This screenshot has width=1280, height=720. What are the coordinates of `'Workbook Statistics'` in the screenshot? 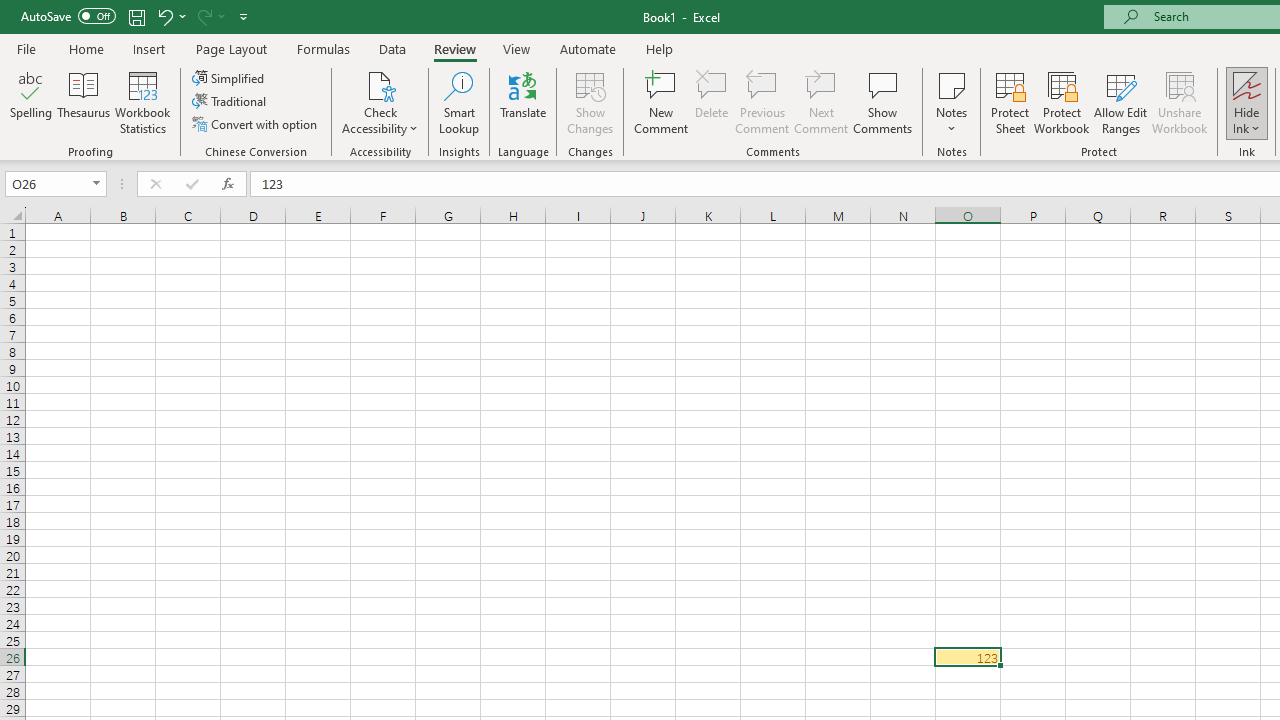 It's located at (141, 103).